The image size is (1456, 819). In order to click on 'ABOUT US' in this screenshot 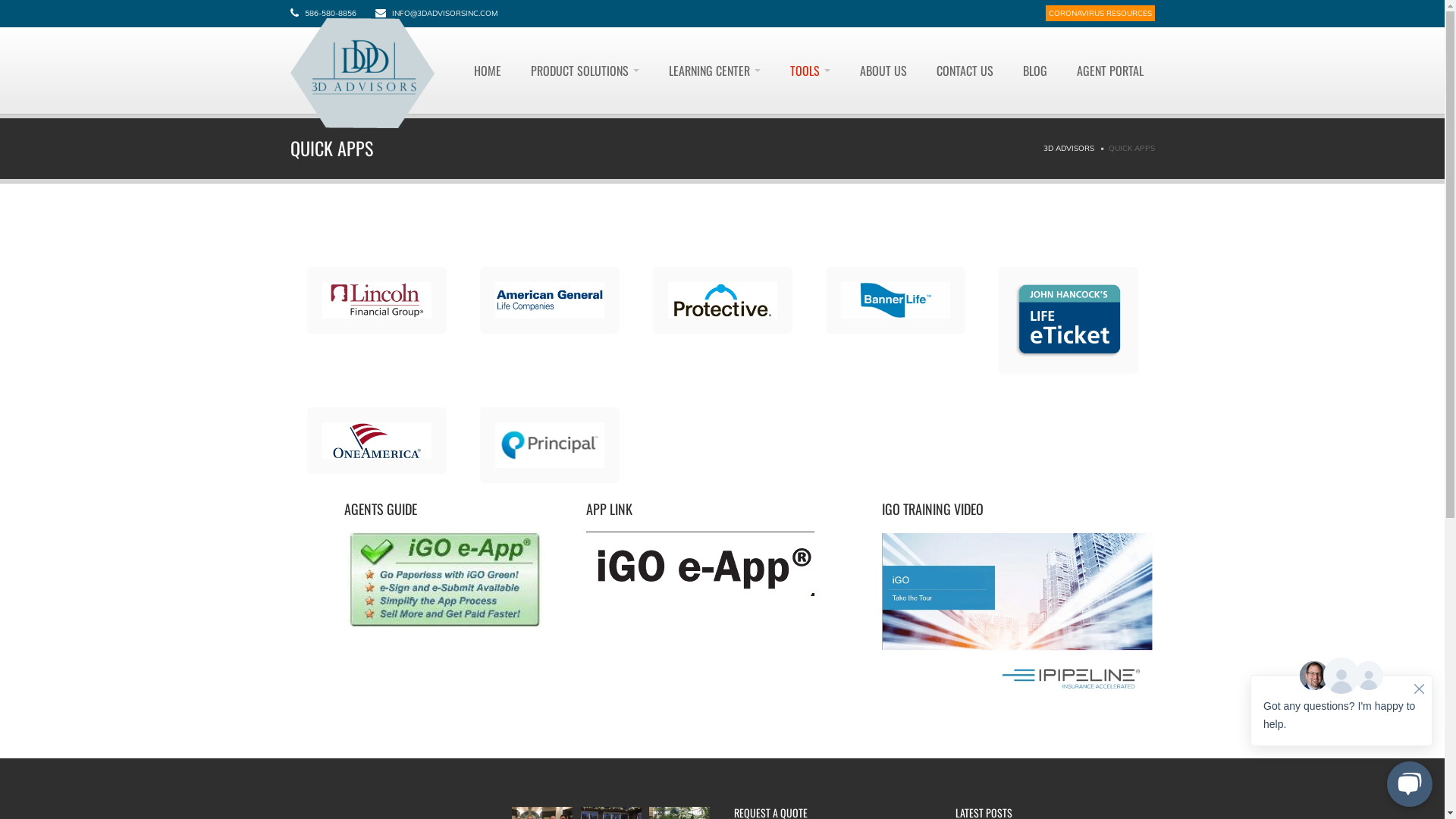, I will do `click(882, 70)`.